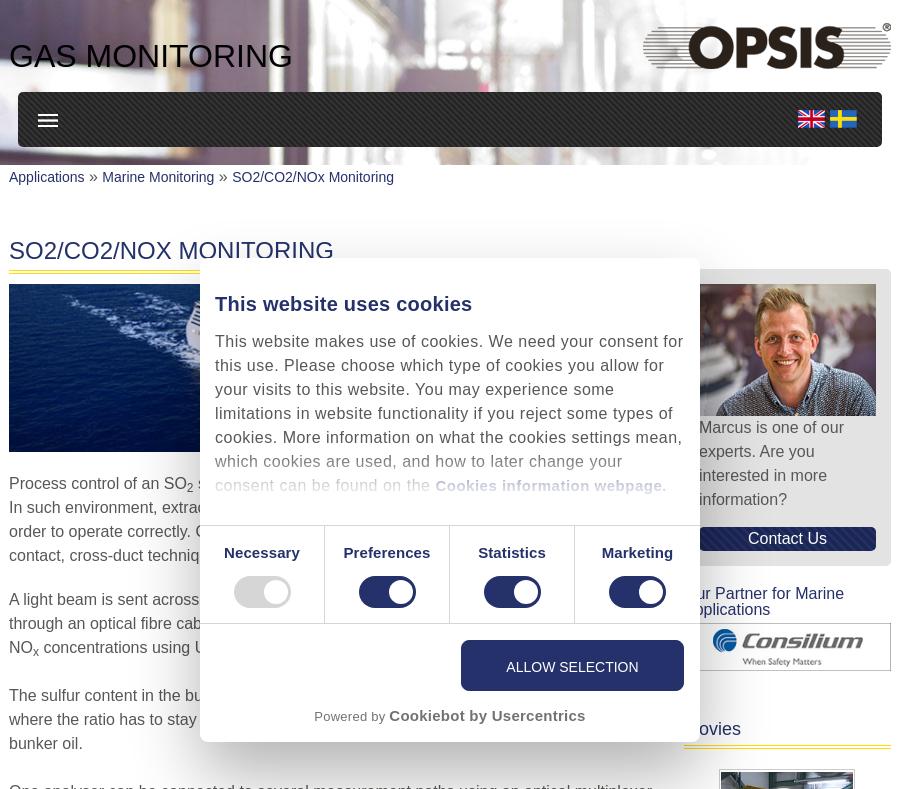 The height and width of the screenshot is (789, 900). I want to click on 'Cookiebot by Usercentrics', so click(485, 715).